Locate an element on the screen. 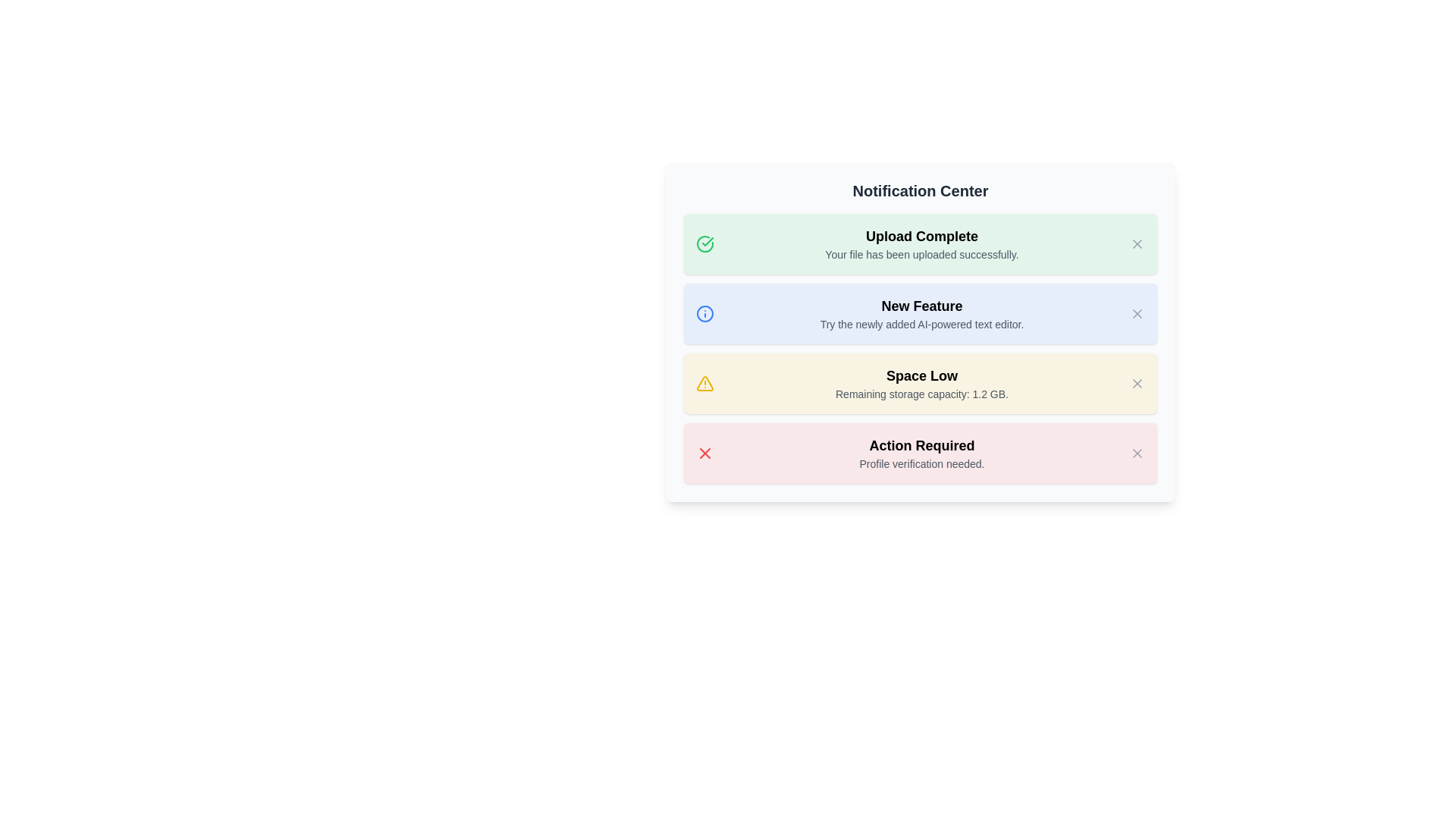  the informational icon located to the left of the title text 'New Feature' in the 'Notification Center' interface is located at coordinates (704, 312).